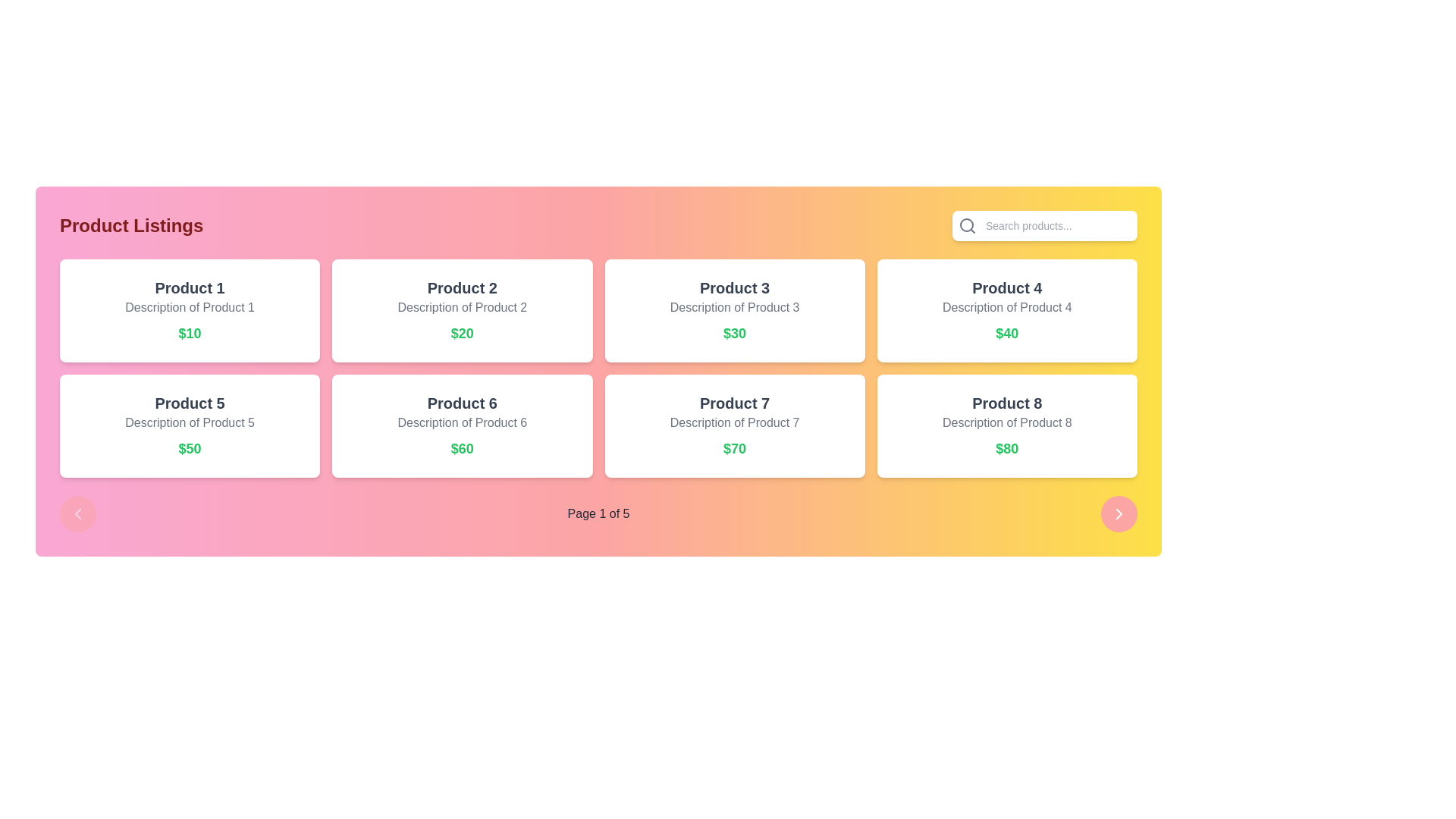 This screenshot has height=819, width=1456. I want to click on the product information card that displays details about a product, positioned as the third element in a grid layout, so click(735, 309).